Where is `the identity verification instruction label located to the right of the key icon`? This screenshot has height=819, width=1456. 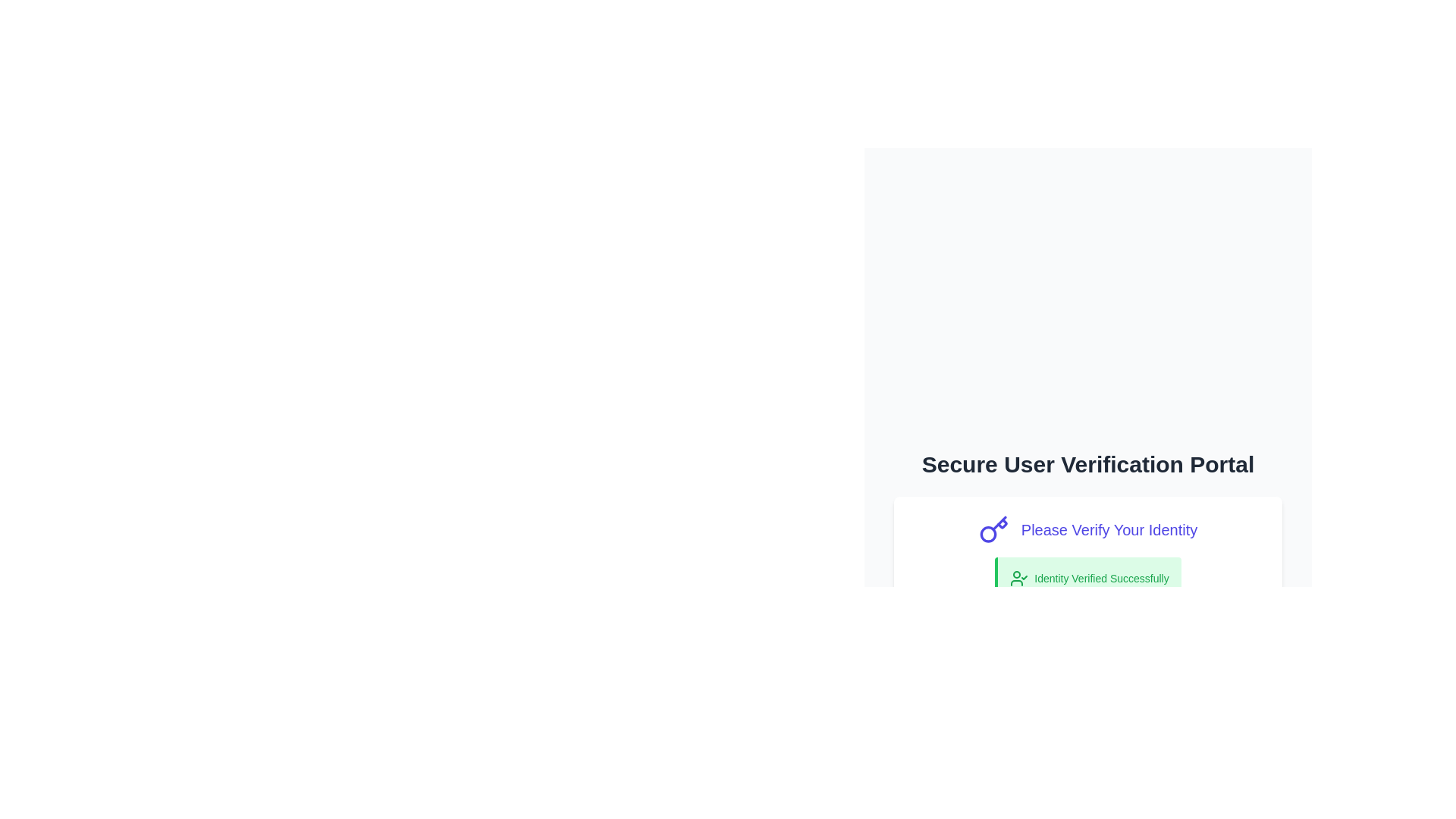
the identity verification instruction label located to the right of the key icon is located at coordinates (1109, 529).